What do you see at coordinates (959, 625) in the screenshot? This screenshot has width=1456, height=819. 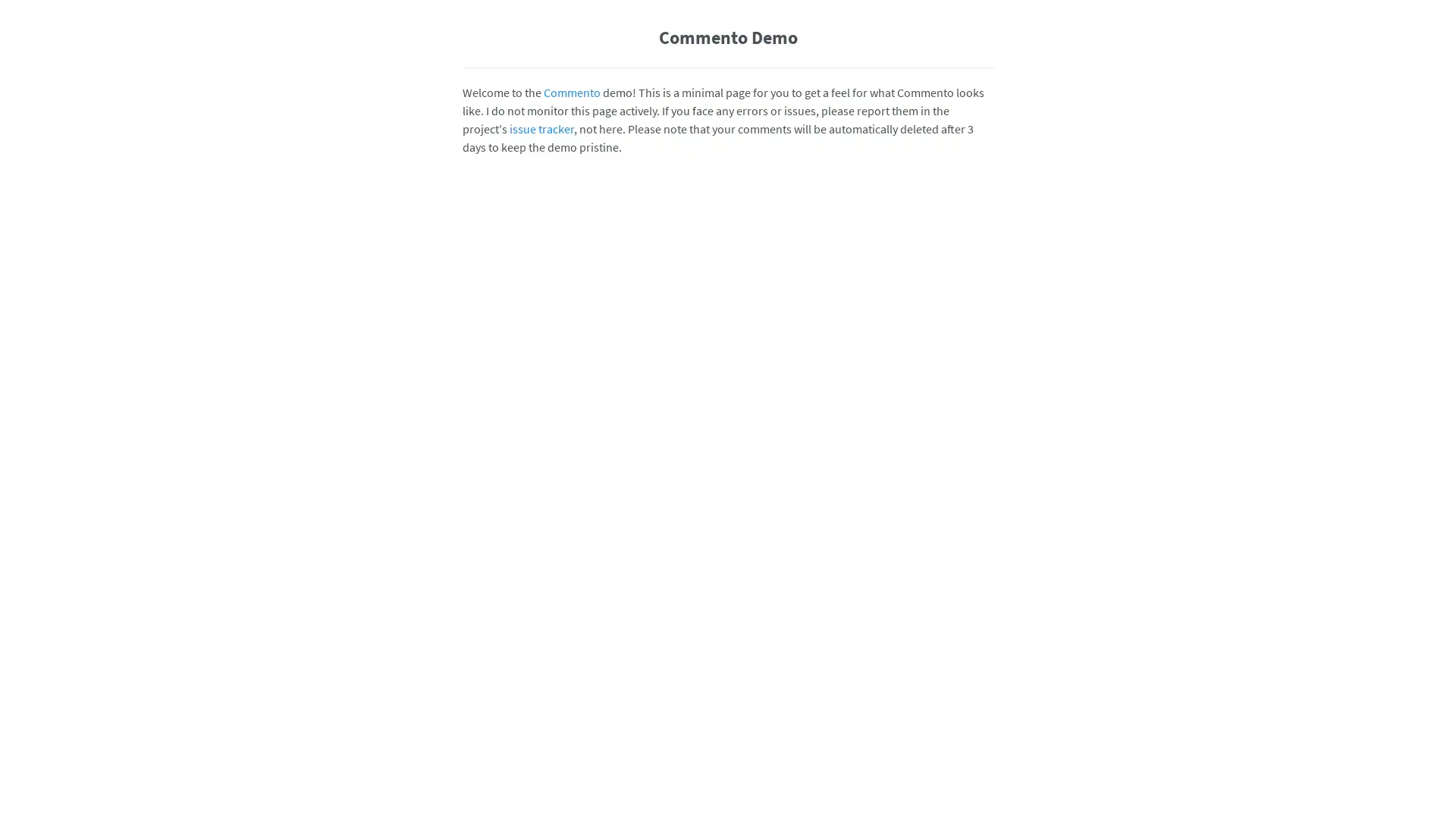 I see `Downvote` at bounding box center [959, 625].